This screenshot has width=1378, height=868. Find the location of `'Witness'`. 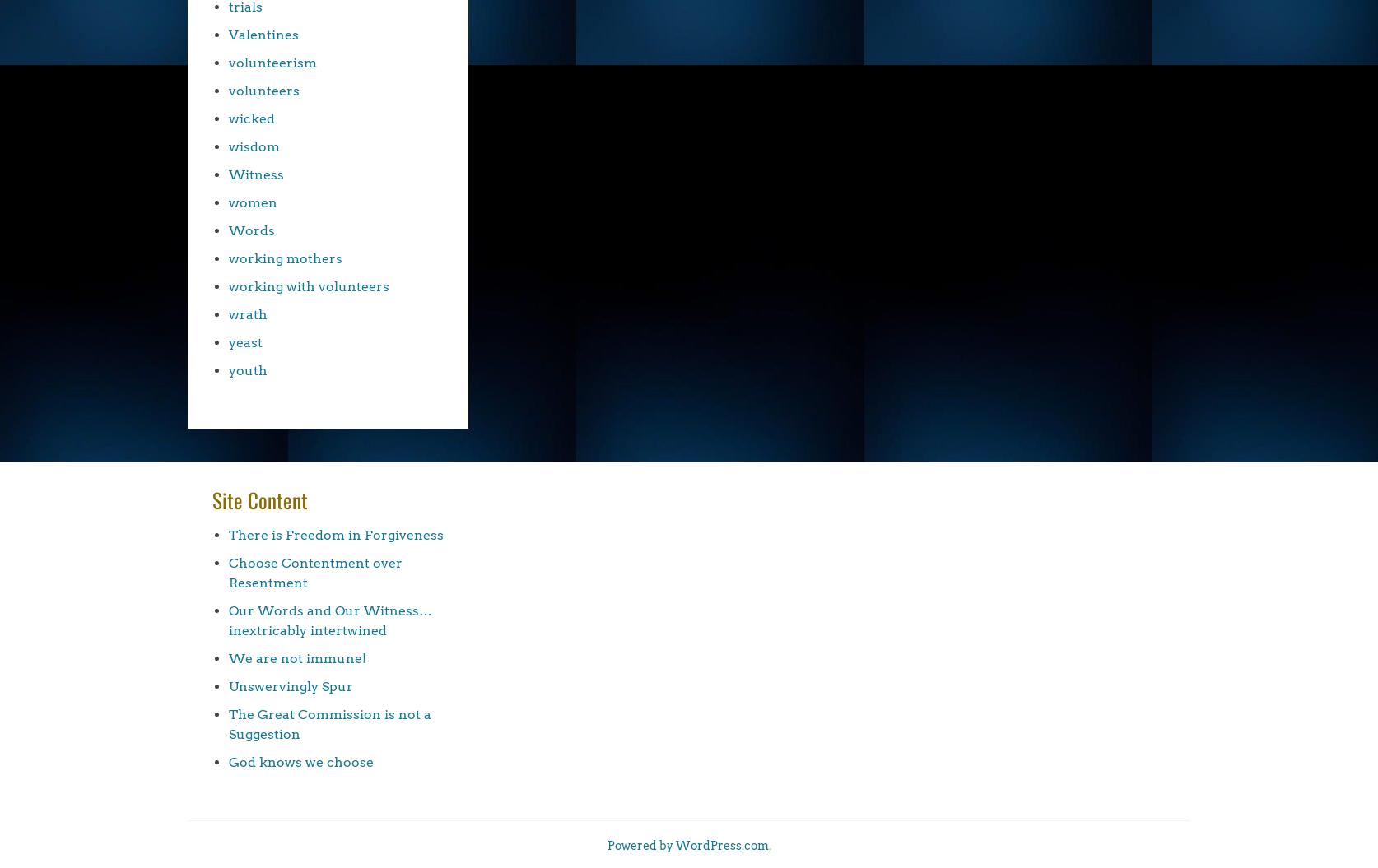

'Witness' is located at coordinates (256, 174).